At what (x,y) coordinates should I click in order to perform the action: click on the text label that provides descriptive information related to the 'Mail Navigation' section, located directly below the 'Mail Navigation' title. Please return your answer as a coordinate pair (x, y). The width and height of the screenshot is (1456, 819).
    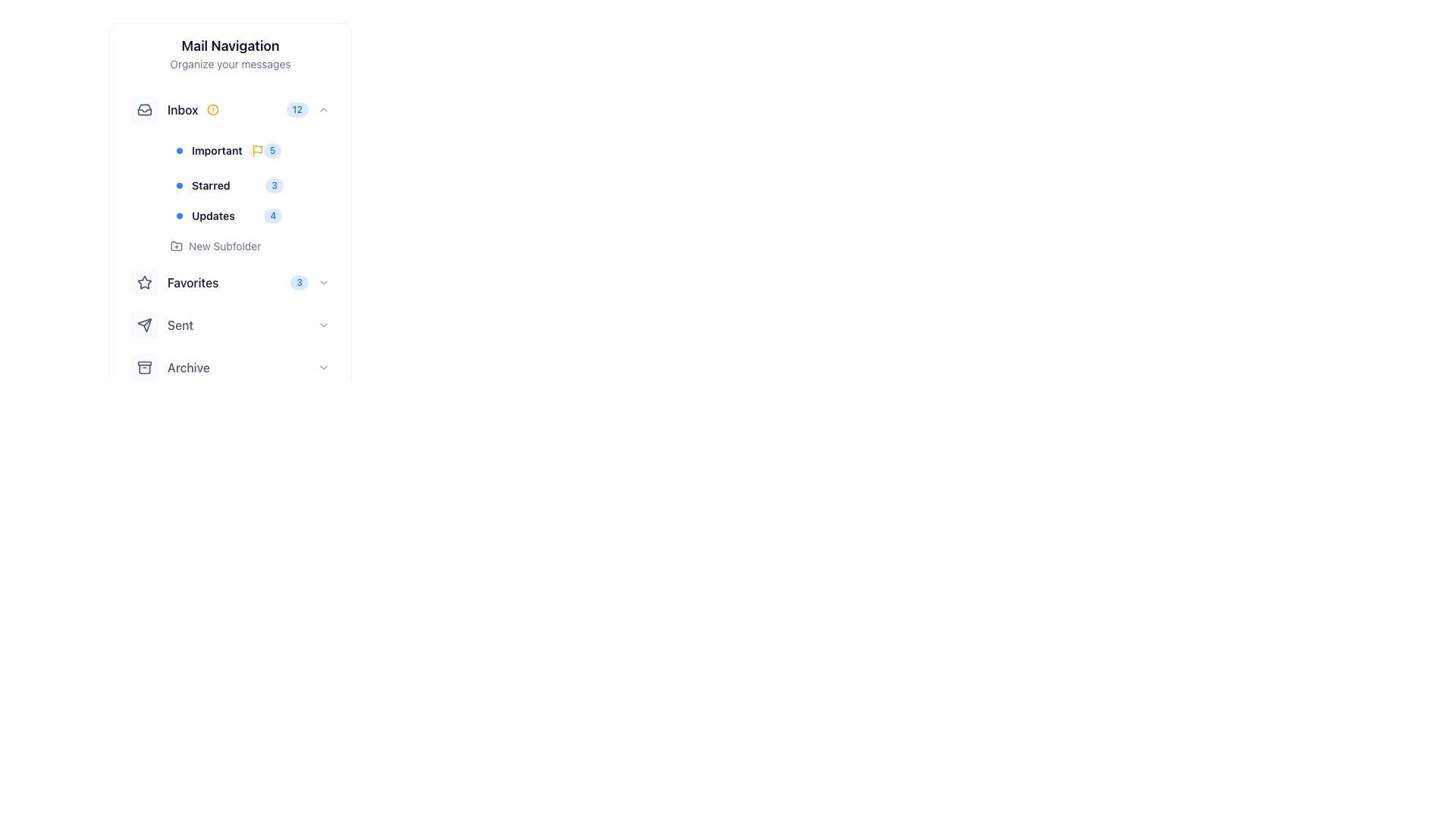
    Looking at the image, I should click on (229, 63).